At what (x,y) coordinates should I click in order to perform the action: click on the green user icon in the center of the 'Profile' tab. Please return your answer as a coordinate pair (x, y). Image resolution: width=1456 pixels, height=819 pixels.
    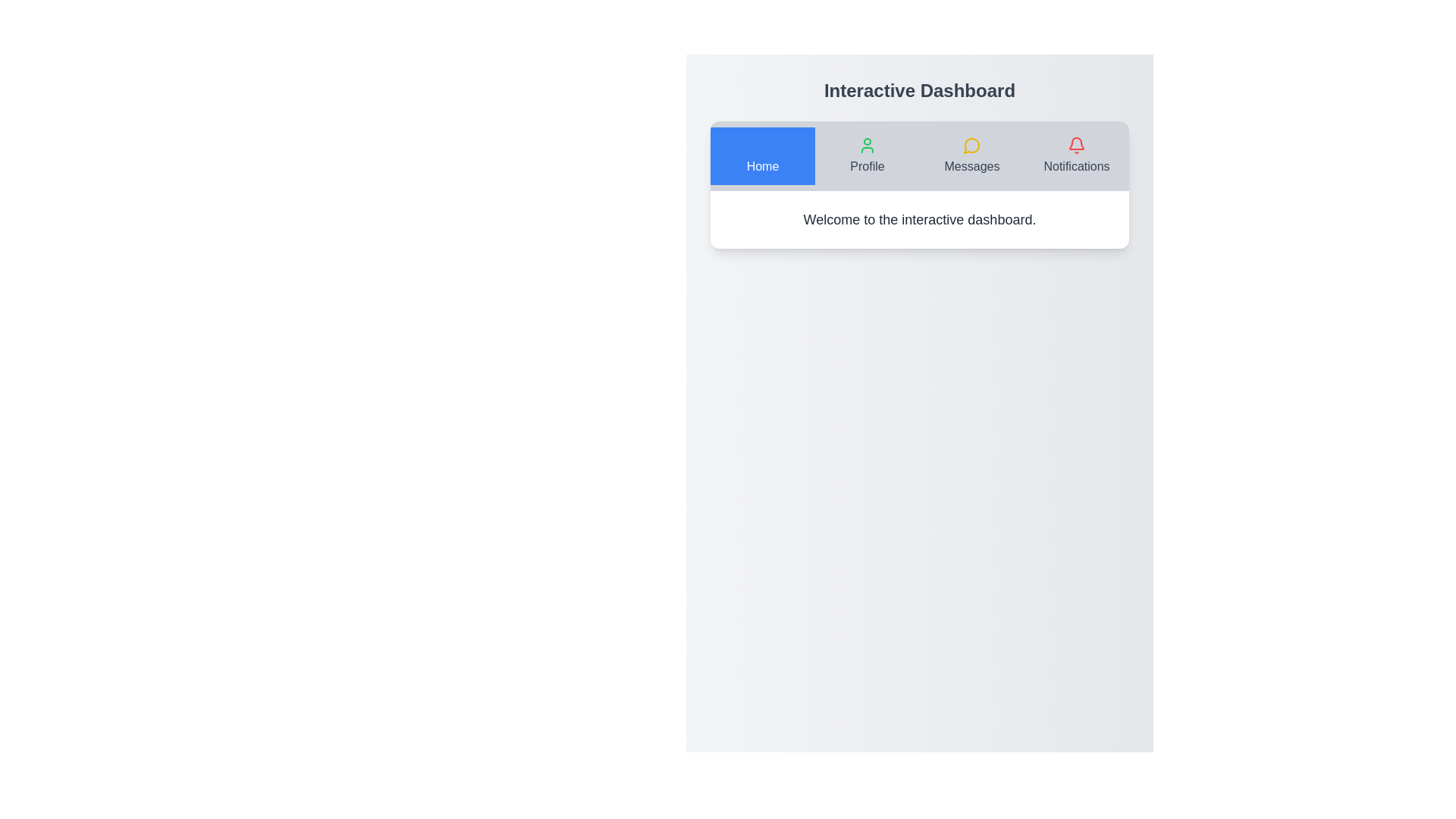
    Looking at the image, I should click on (867, 146).